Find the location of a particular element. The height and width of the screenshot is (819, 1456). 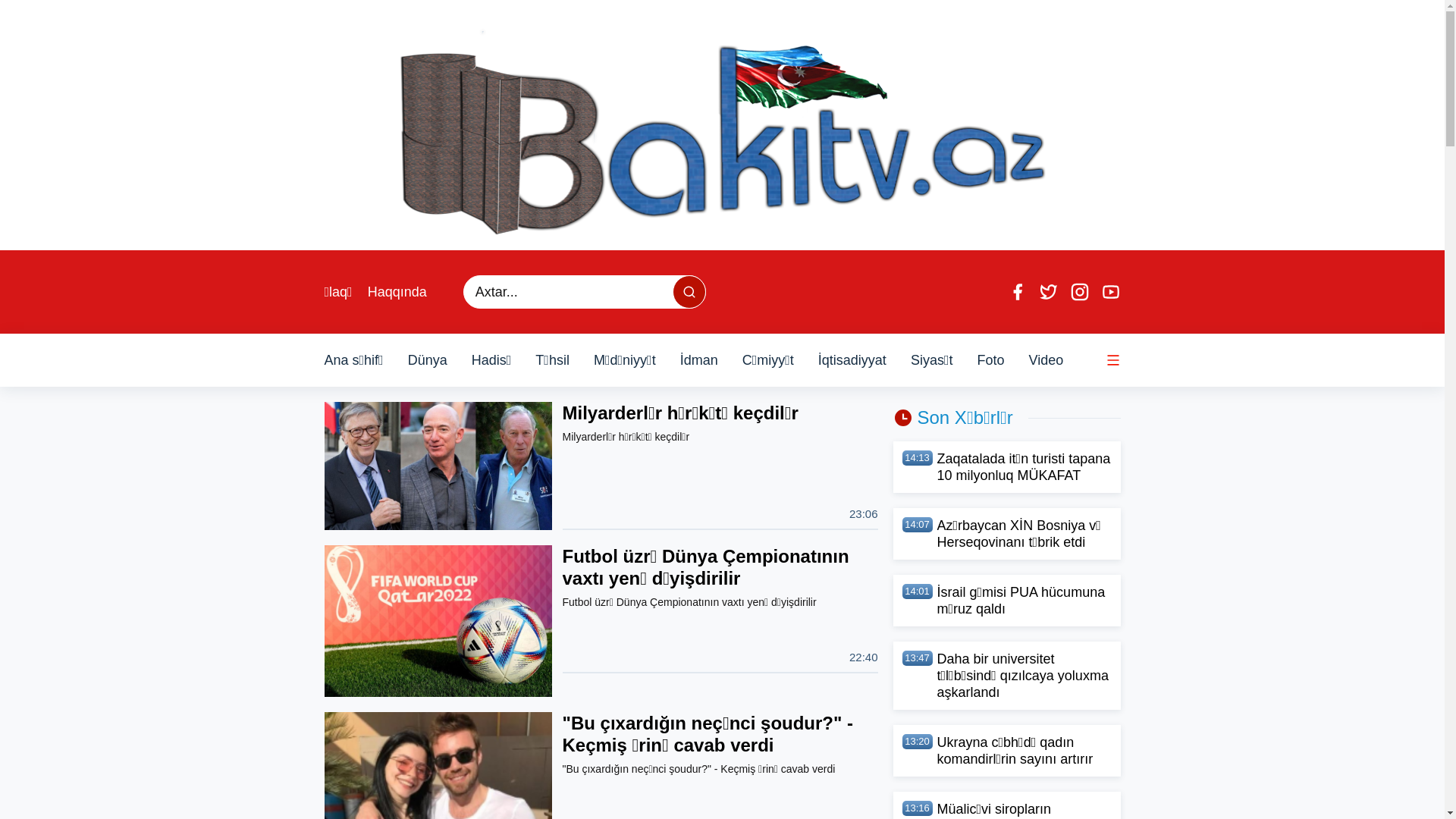

'Instagram' is located at coordinates (1068, 292).